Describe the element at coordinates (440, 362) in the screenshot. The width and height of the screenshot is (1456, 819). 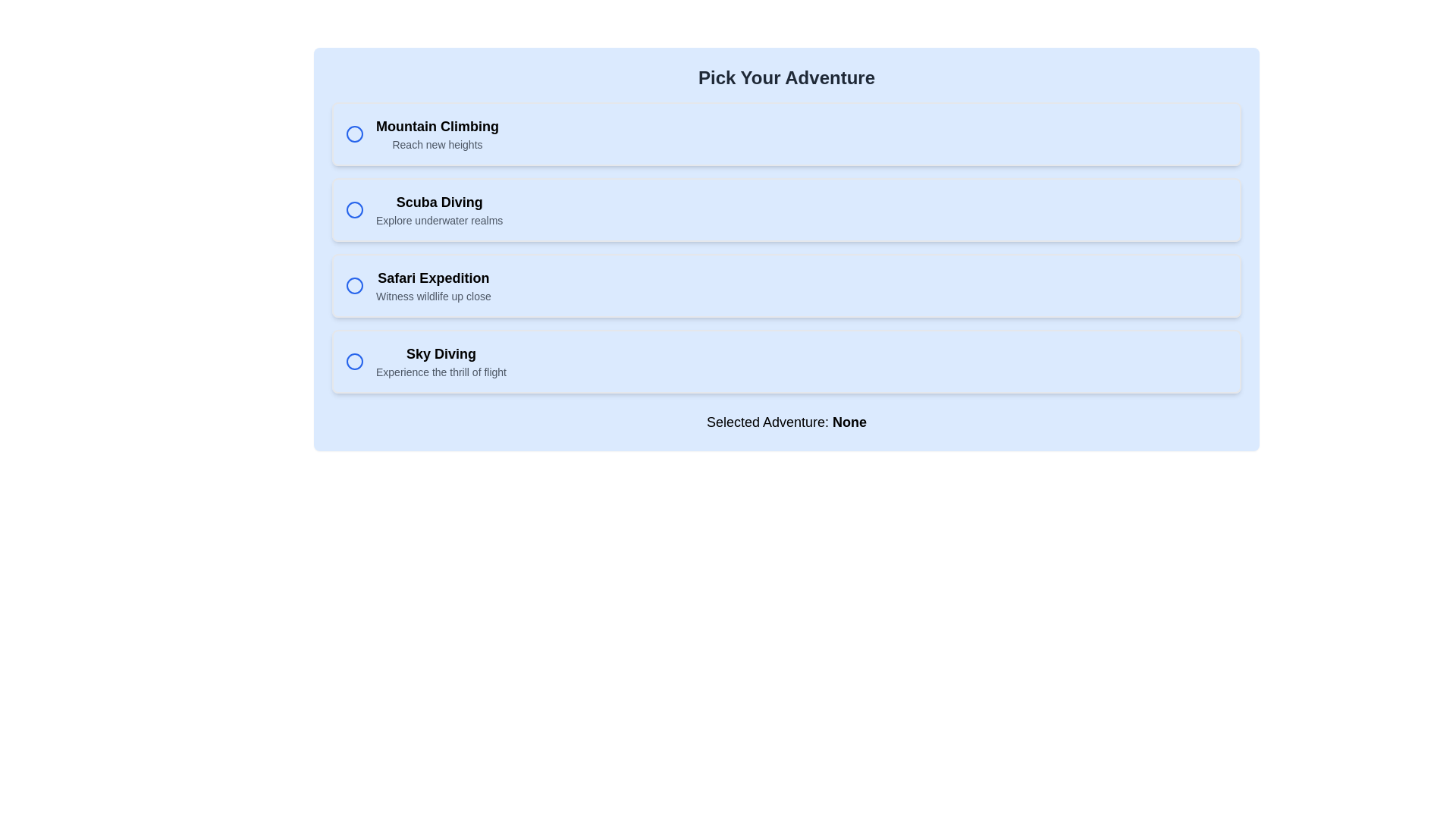
I see `text block that displays 'Sky Diving' in bold and 'Experience the thrill of flight' in gray, located at the bottom of the 'Pick Your Adventure' options` at that location.